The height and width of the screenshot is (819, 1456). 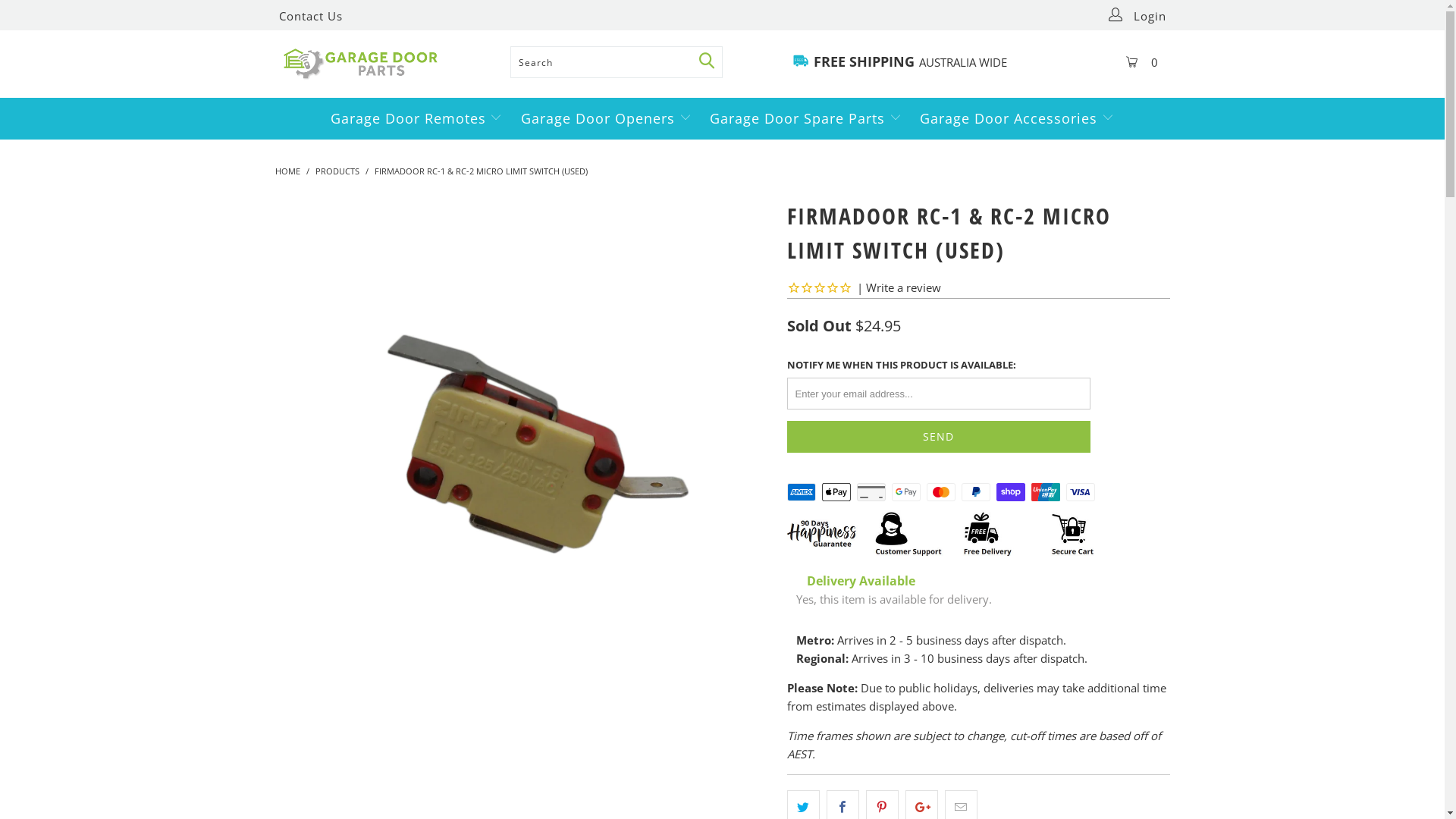 I want to click on 'GarageDoorParts', so click(x=388, y=63).